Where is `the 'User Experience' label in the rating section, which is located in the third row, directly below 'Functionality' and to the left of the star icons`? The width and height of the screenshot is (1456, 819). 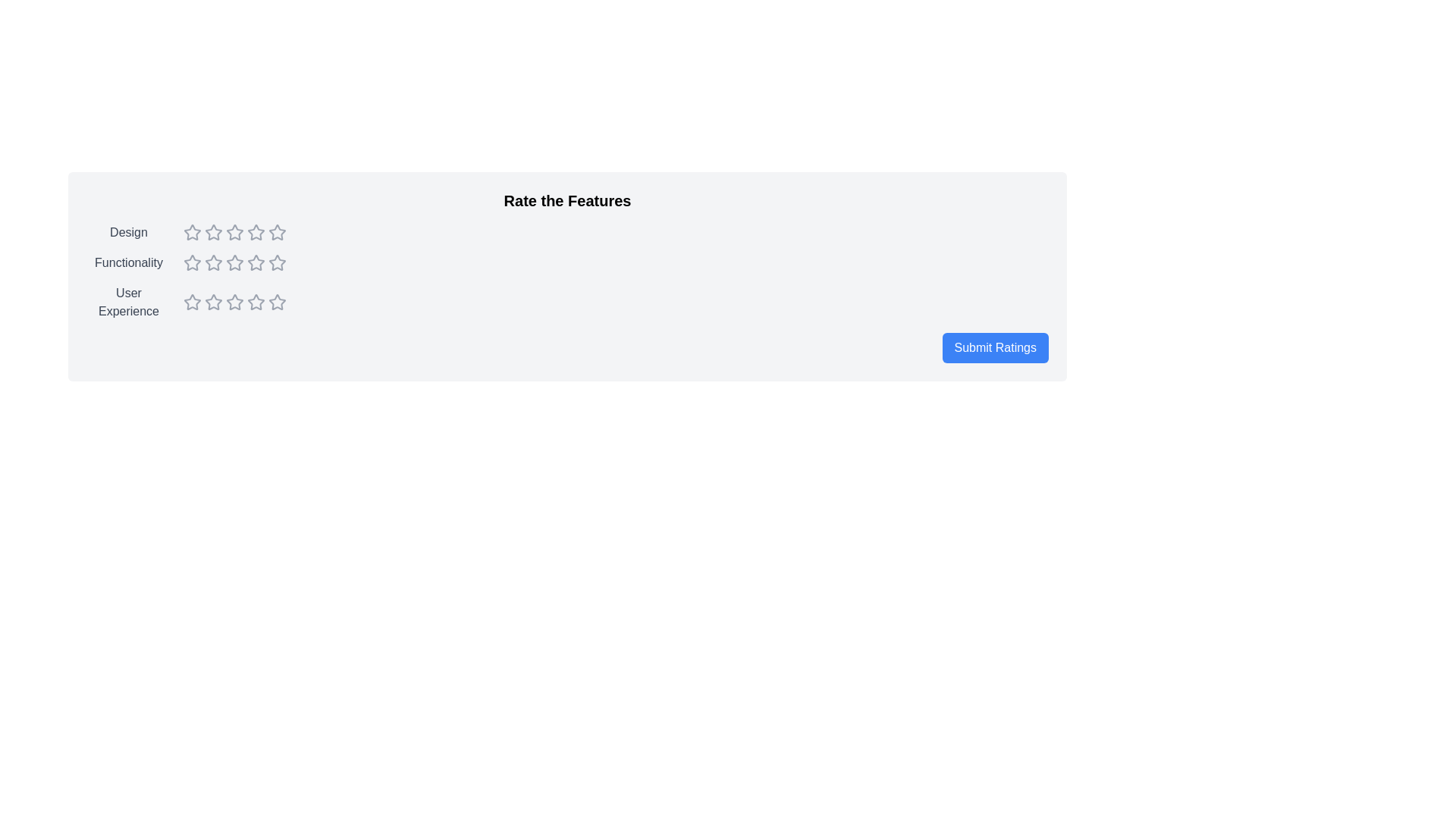 the 'User Experience' label in the rating section, which is located in the third row, directly below 'Functionality' and to the left of the star icons is located at coordinates (128, 302).